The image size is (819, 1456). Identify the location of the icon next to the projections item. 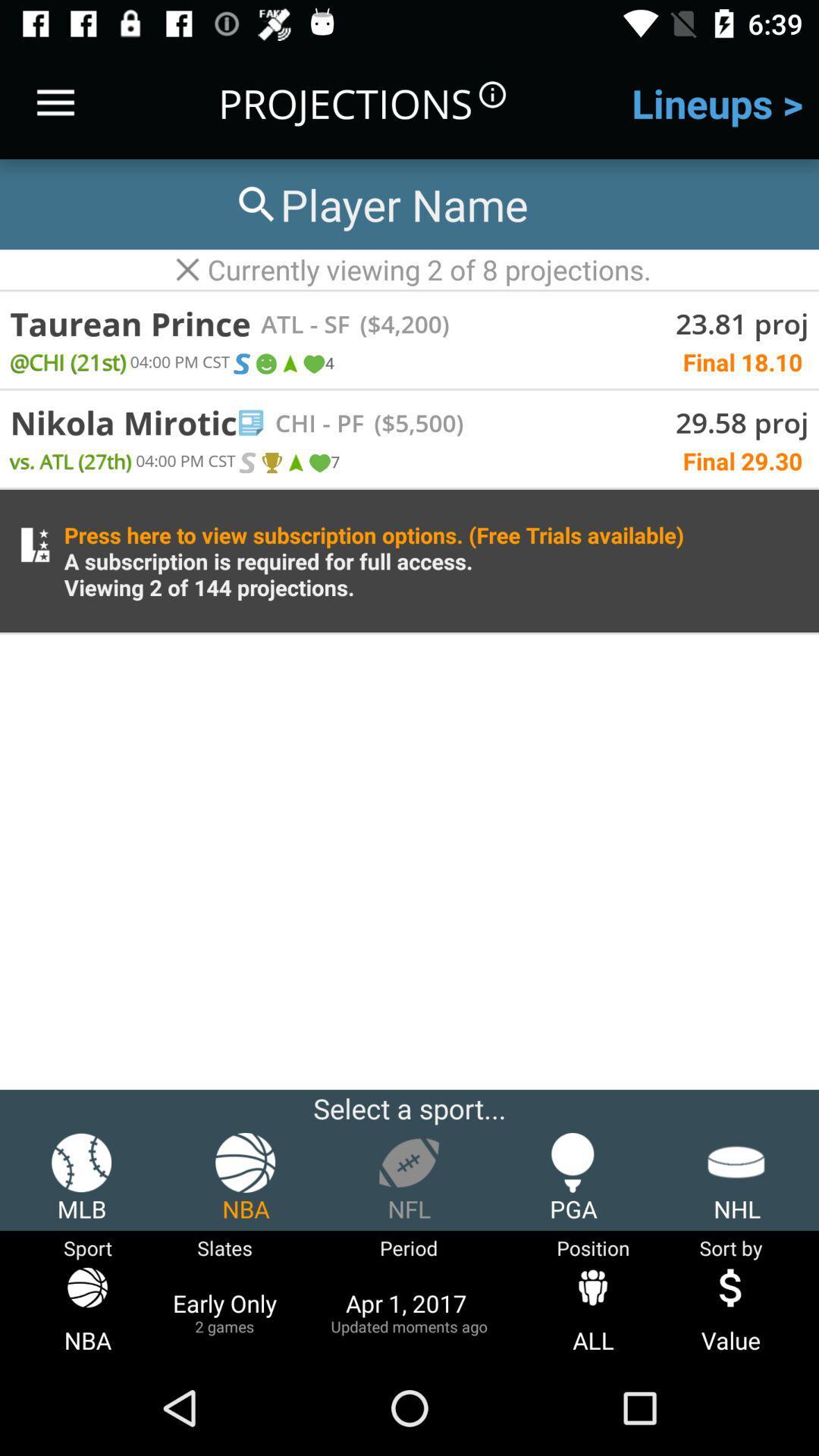
(55, 102).